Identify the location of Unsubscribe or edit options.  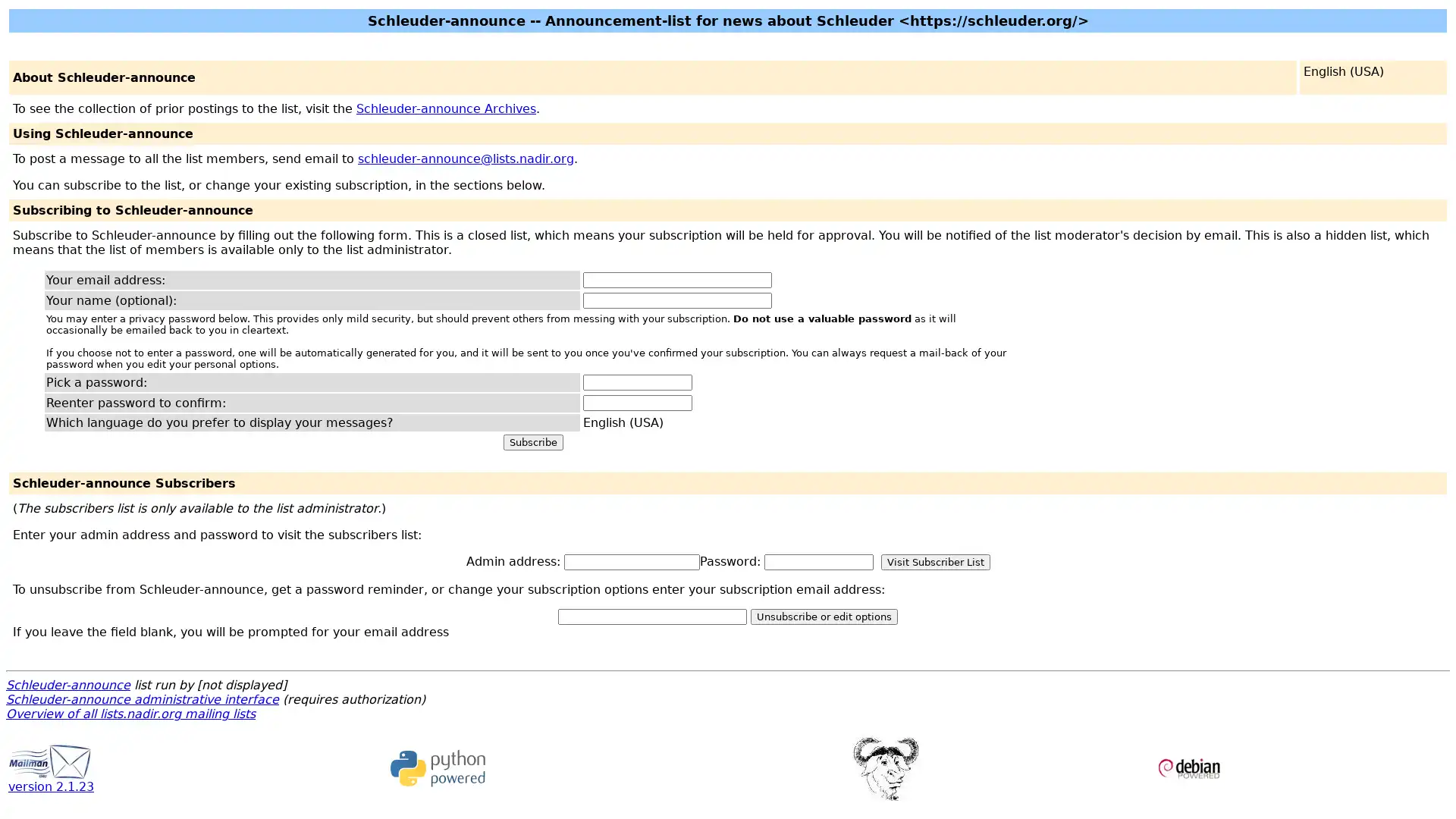
(823, 617).